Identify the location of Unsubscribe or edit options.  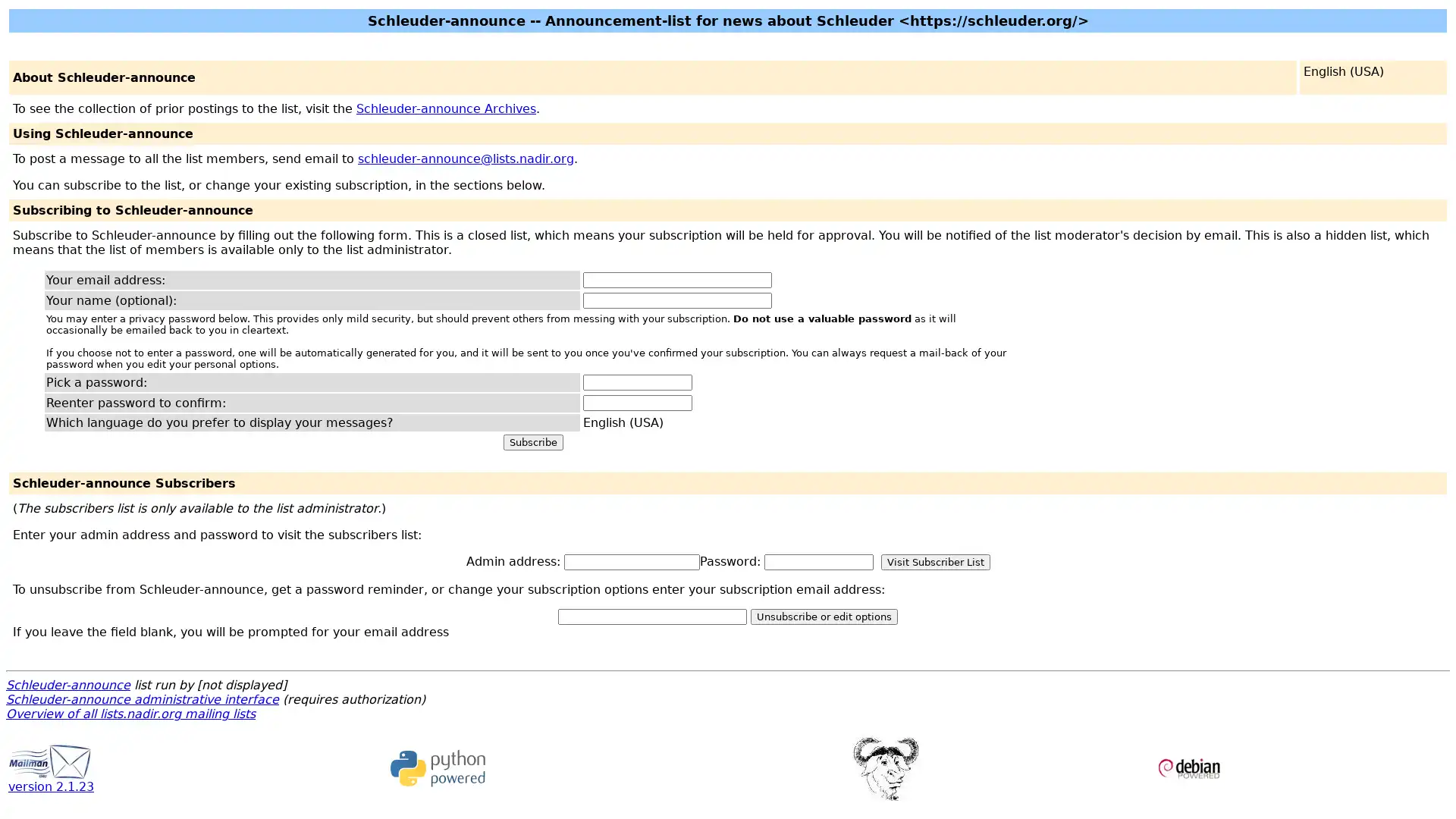
(823, 617).